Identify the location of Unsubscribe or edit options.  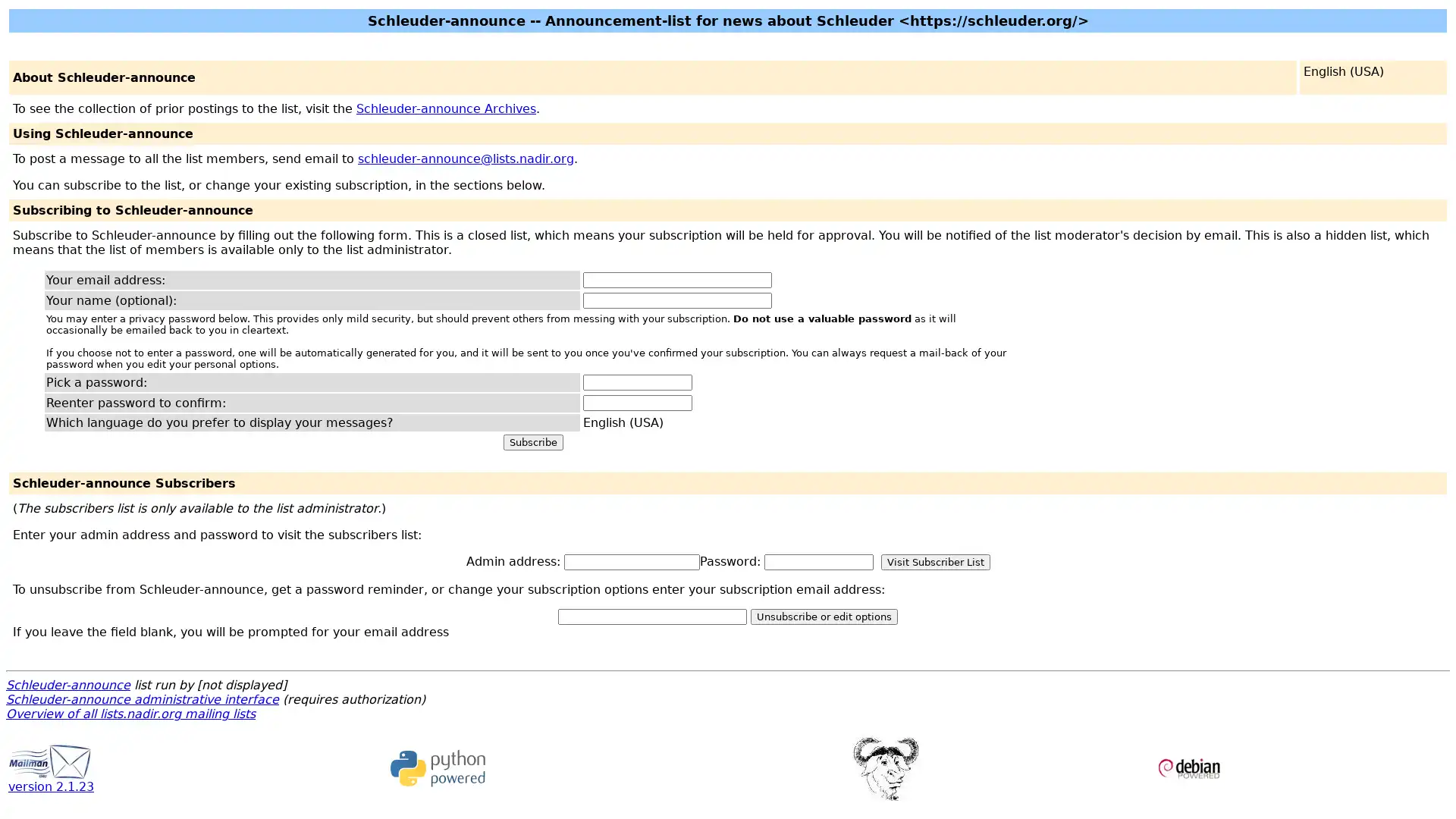
(823, 617).